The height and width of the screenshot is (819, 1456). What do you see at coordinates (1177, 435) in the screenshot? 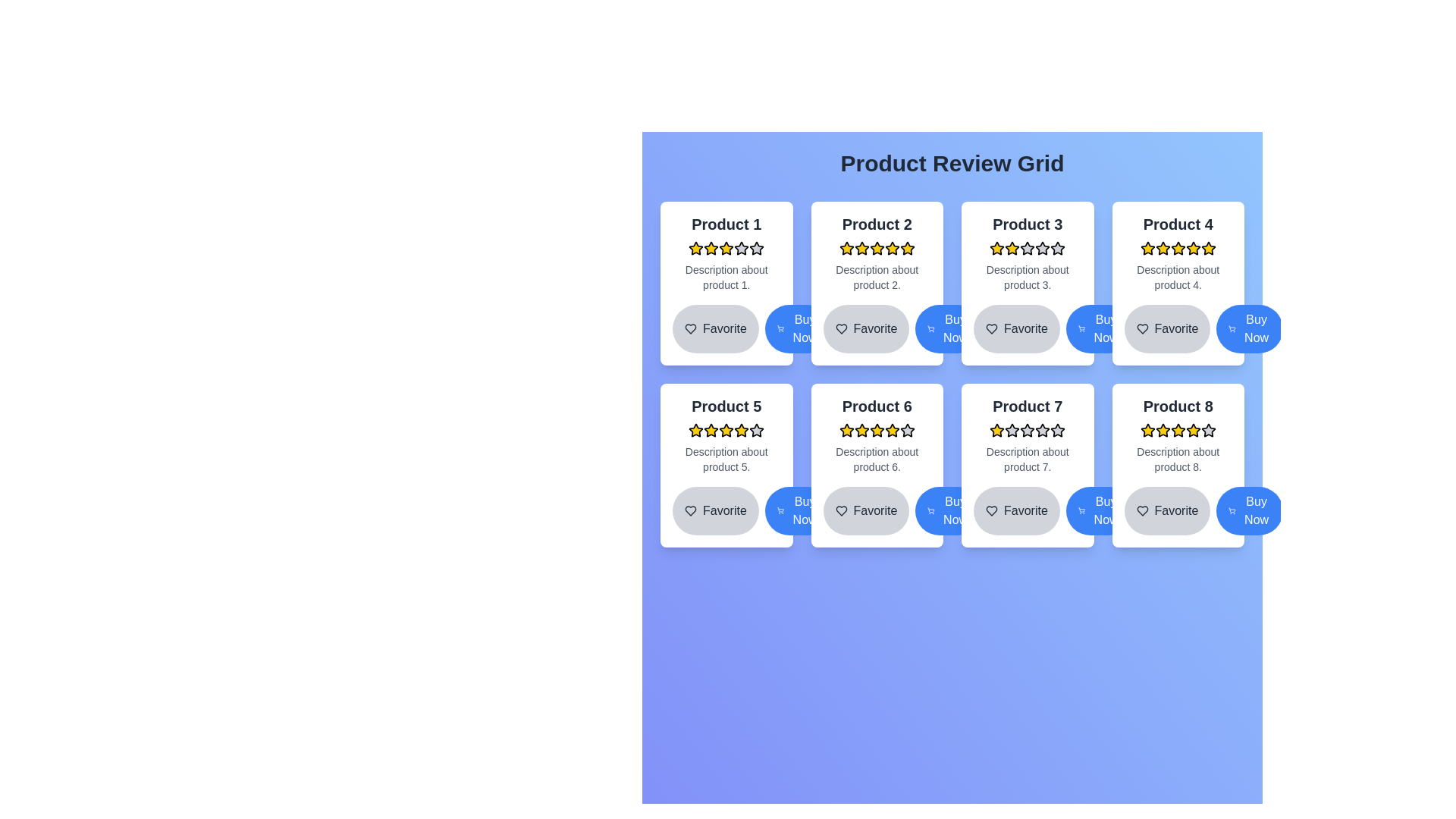
I see `the star rating in the Product information card section to interact with the rating` at bounding box center [1177, 435].